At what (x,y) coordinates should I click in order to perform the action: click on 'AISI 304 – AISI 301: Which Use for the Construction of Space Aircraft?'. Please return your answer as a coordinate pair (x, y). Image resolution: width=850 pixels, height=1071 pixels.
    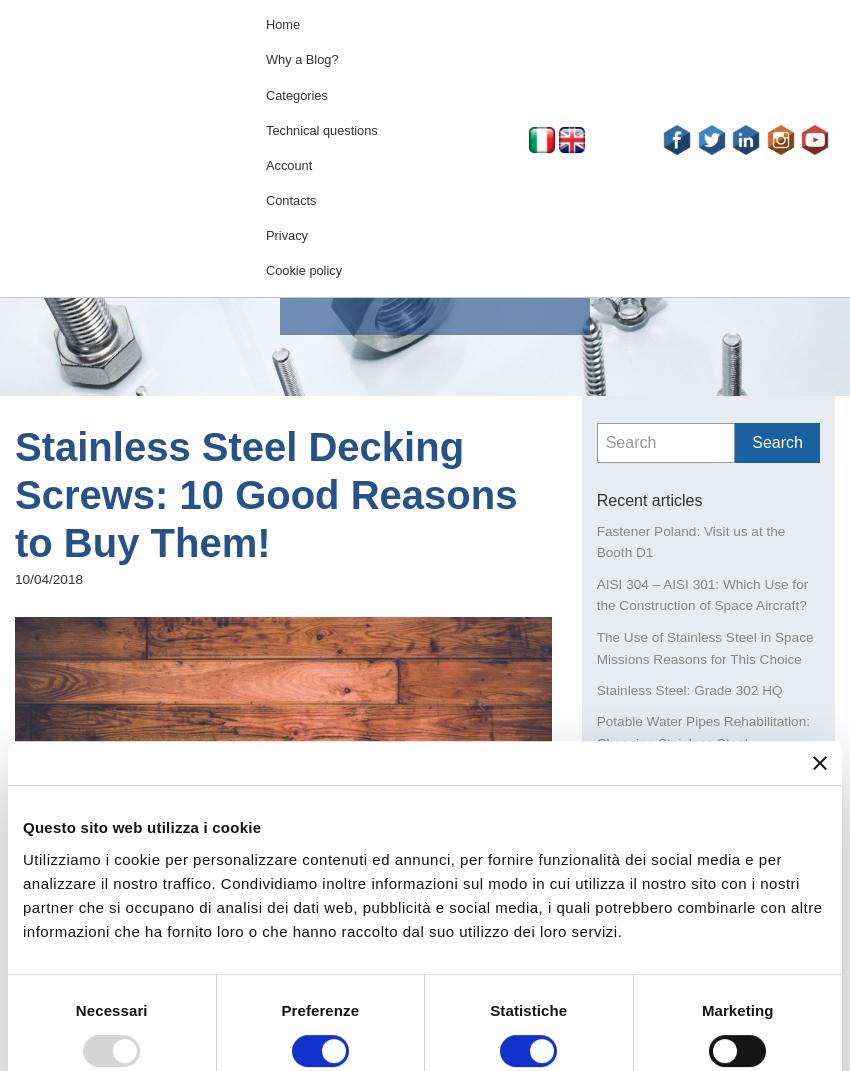
    Looking at the image, I should click on (701, 594).